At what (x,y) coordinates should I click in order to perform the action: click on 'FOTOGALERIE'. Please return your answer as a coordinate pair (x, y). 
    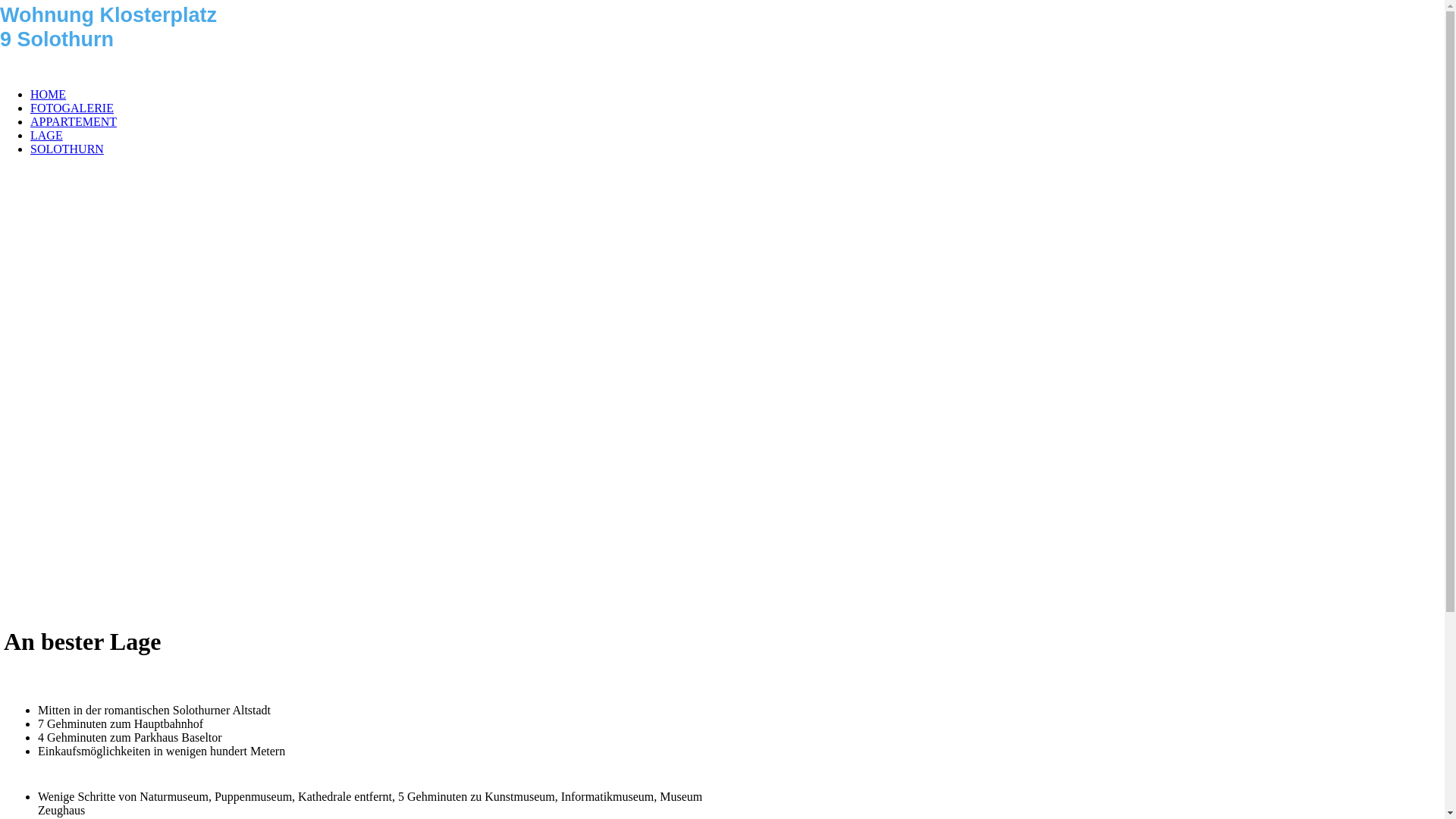
    Looking at the image, I should click on (71, 107).